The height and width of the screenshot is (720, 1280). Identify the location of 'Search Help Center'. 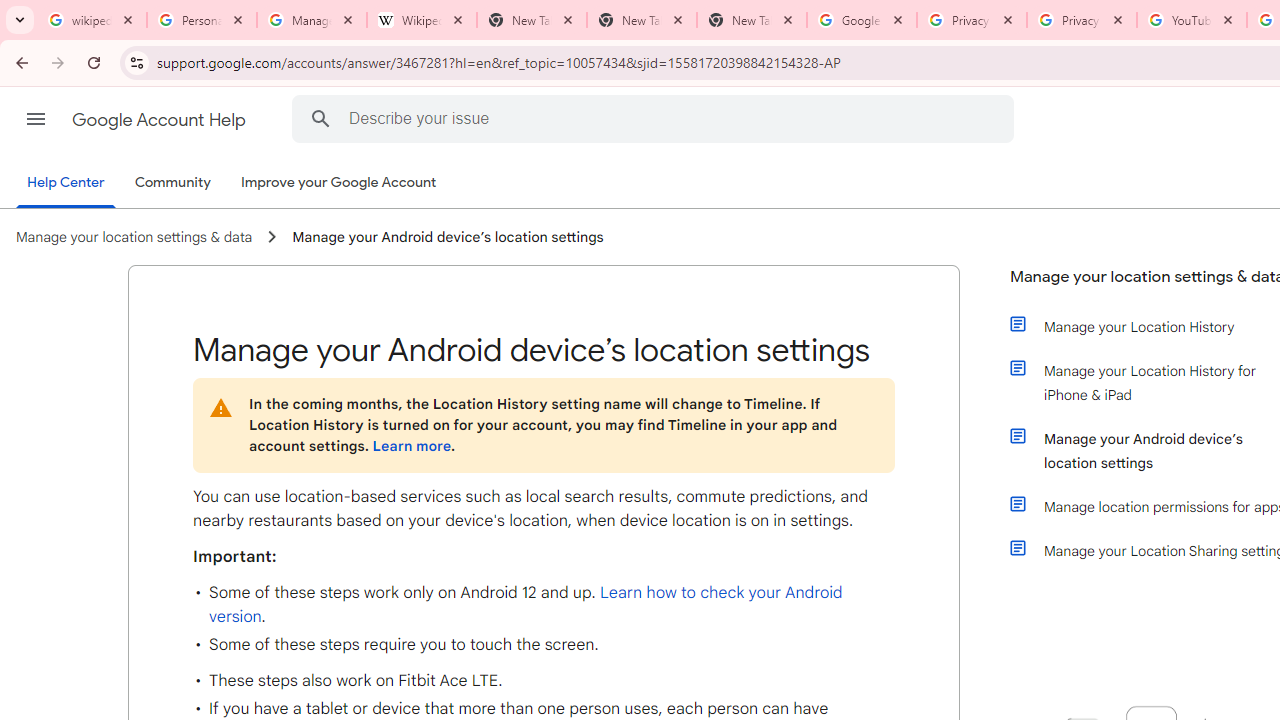
(320, 118).